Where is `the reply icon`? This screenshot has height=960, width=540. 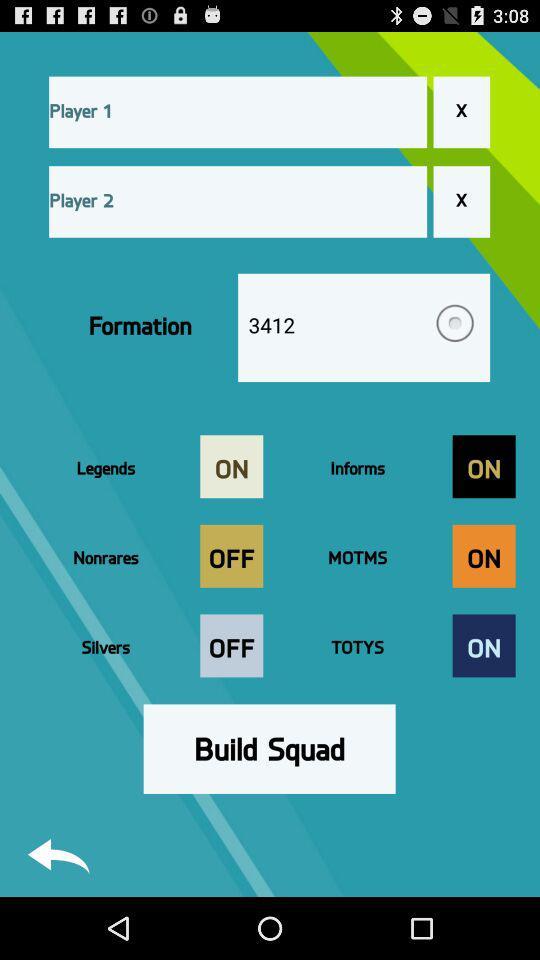
the reply icon is located at coordinates (58, 916).